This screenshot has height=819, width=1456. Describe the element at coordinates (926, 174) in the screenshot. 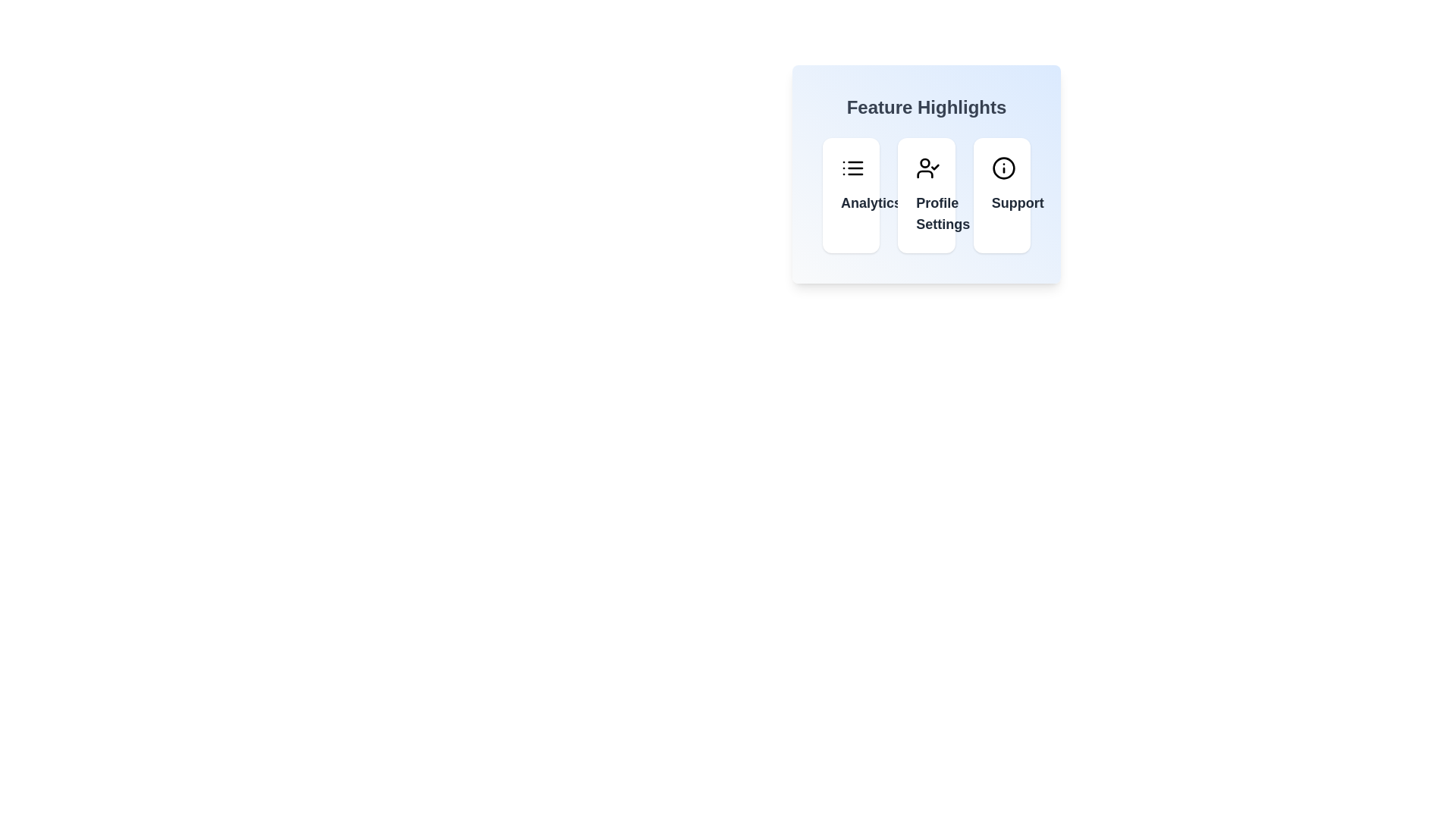

I see `the clickable card representing 'Profile Settings', located in the 'Feature Highlights' section` at that location.